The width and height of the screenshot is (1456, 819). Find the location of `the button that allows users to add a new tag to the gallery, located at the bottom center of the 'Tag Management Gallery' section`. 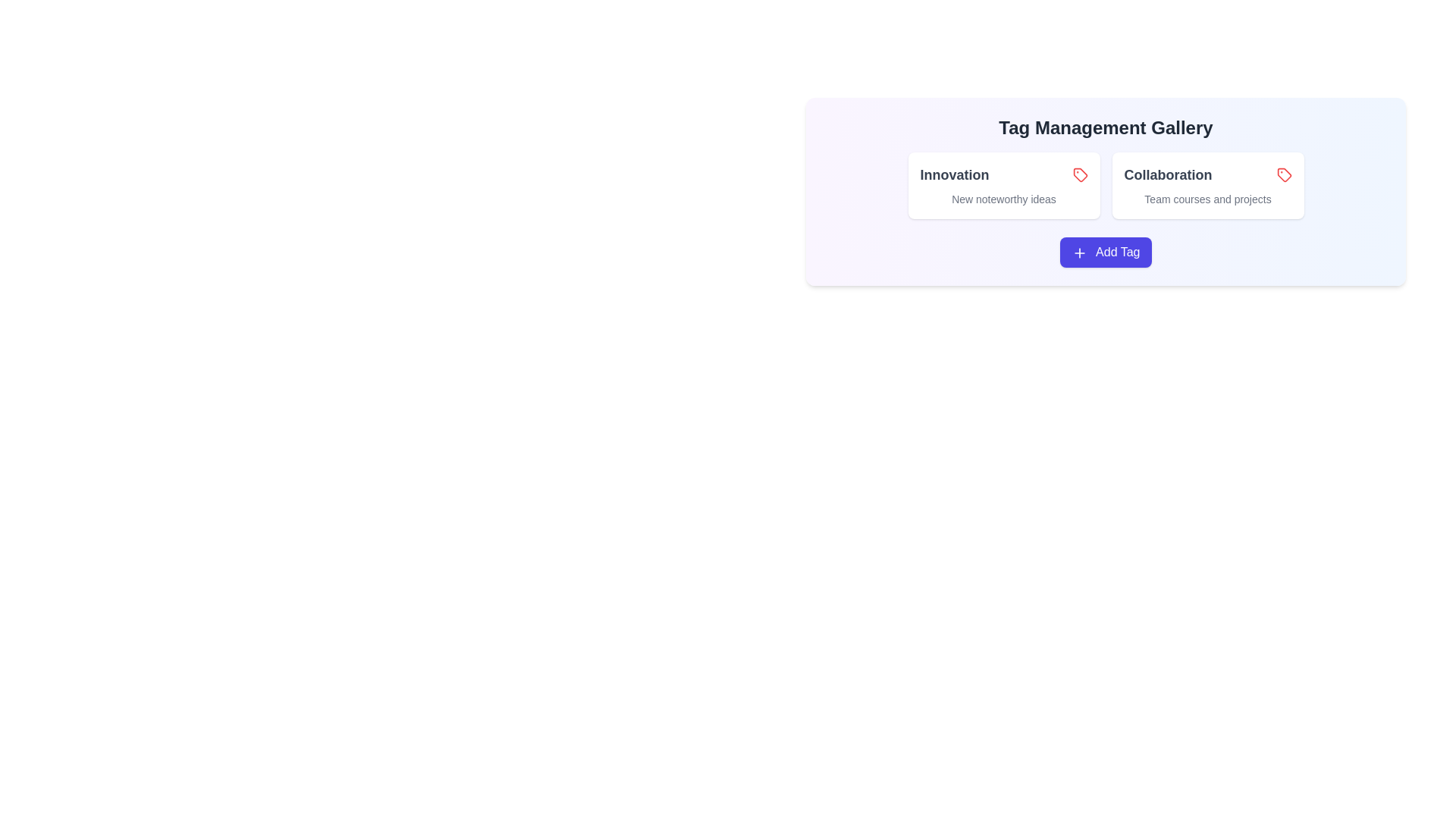

the button that allows users to add a new tag to the gallery, located at the bottom center of the 'Tag Management Gallery' section is located at coordinates (1106, 251).